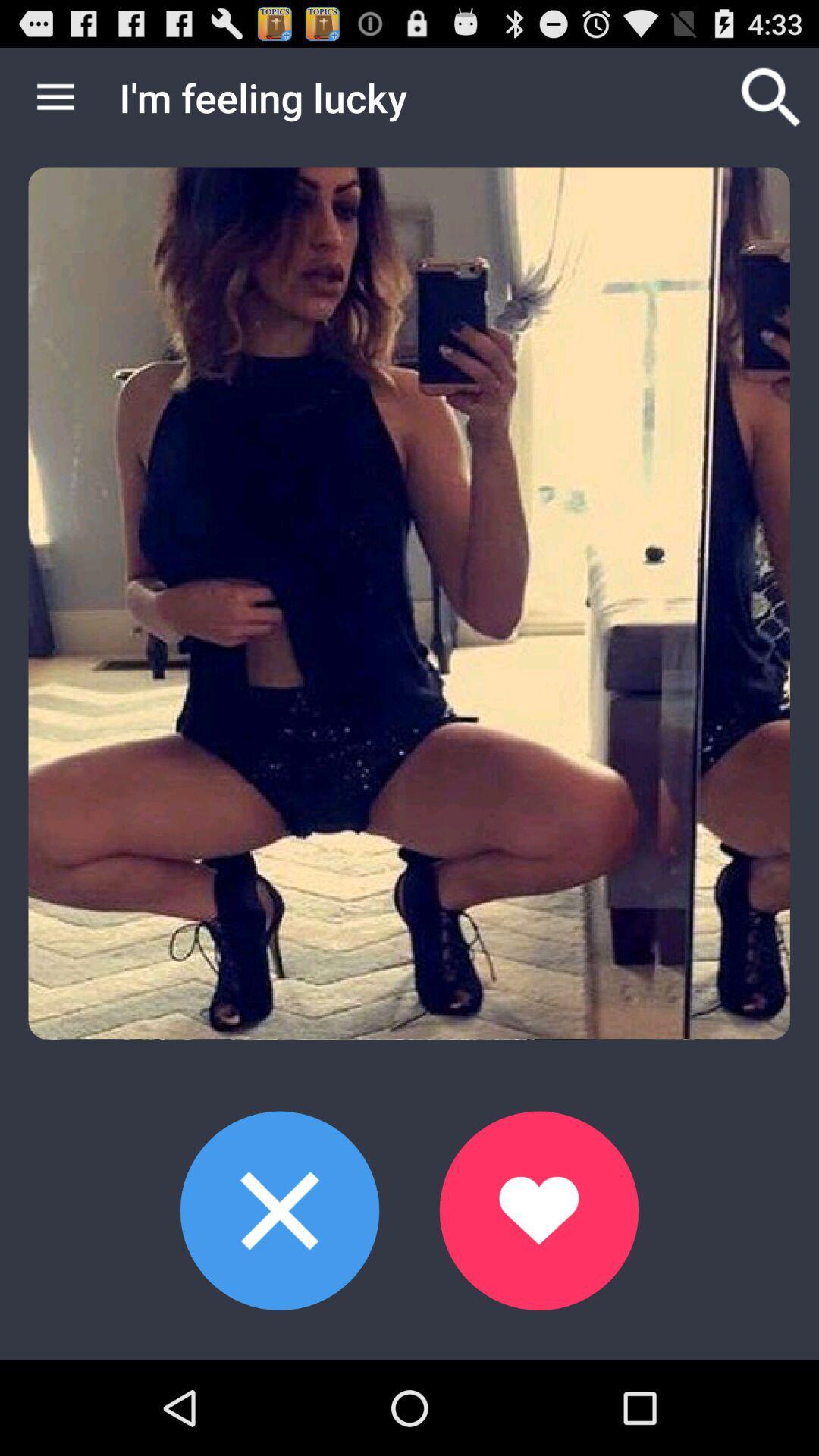  I want to click on photo, so click(280, 1210).